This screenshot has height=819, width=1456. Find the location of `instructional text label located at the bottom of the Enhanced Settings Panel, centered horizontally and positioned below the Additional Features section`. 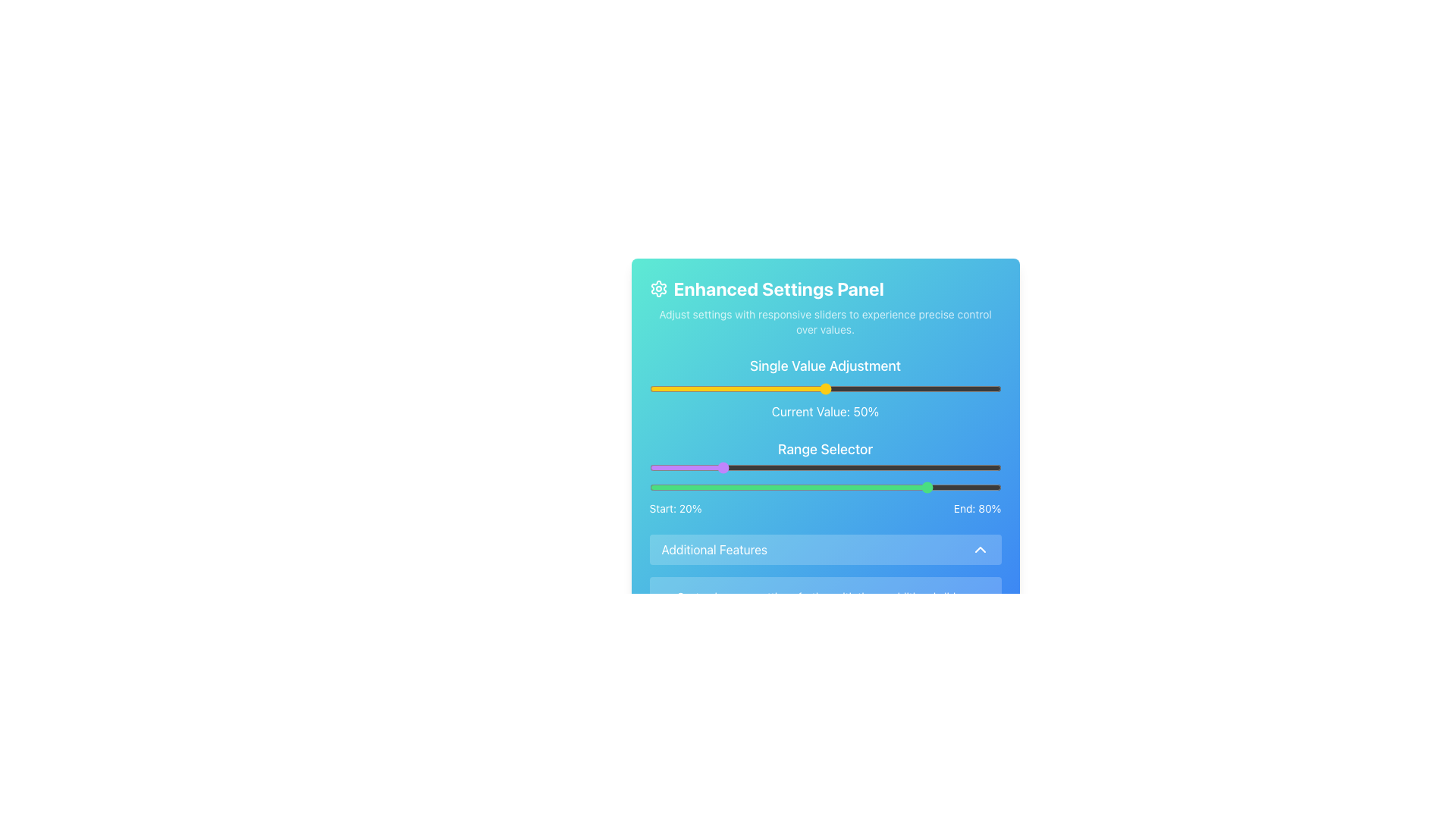

instructional text label located at the bottom of the Enhanced Settings Panel, centered horizontally and positioned below the Additional Features section is located at coordinates (824, 595).